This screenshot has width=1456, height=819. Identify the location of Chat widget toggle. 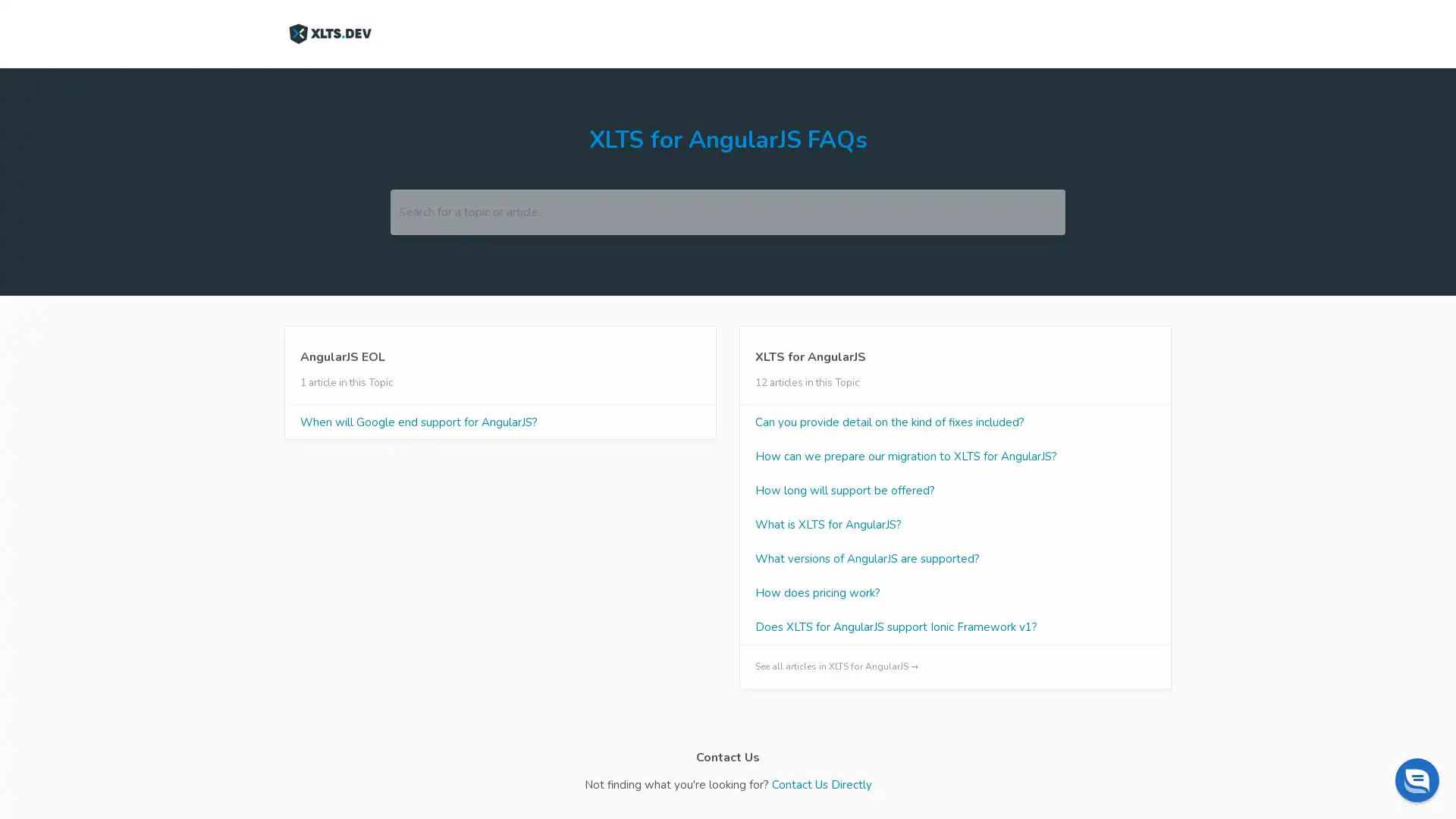
(1416, 780).